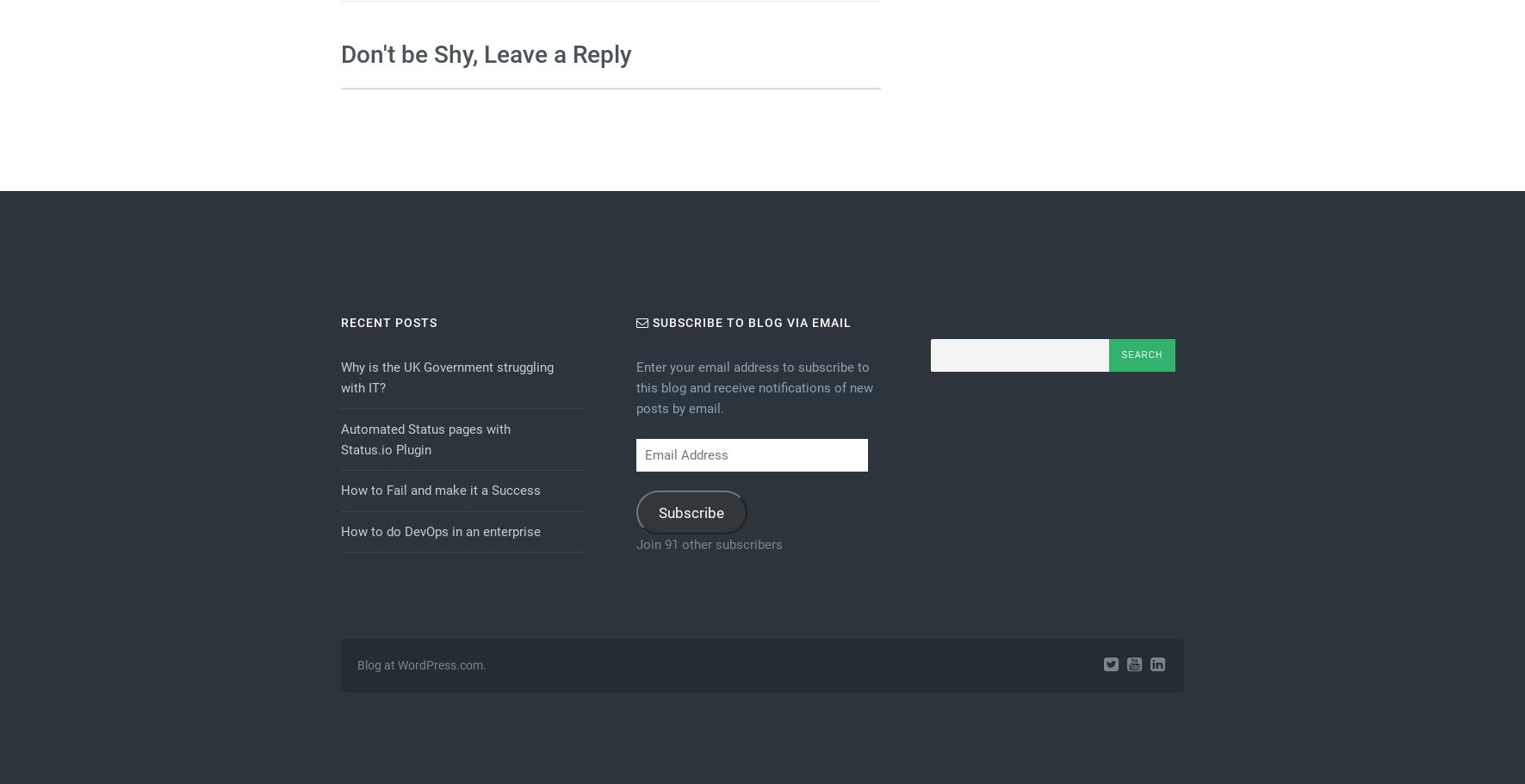  I want to click on 'How to do DevOps in an enterprise', so click(438, 531).